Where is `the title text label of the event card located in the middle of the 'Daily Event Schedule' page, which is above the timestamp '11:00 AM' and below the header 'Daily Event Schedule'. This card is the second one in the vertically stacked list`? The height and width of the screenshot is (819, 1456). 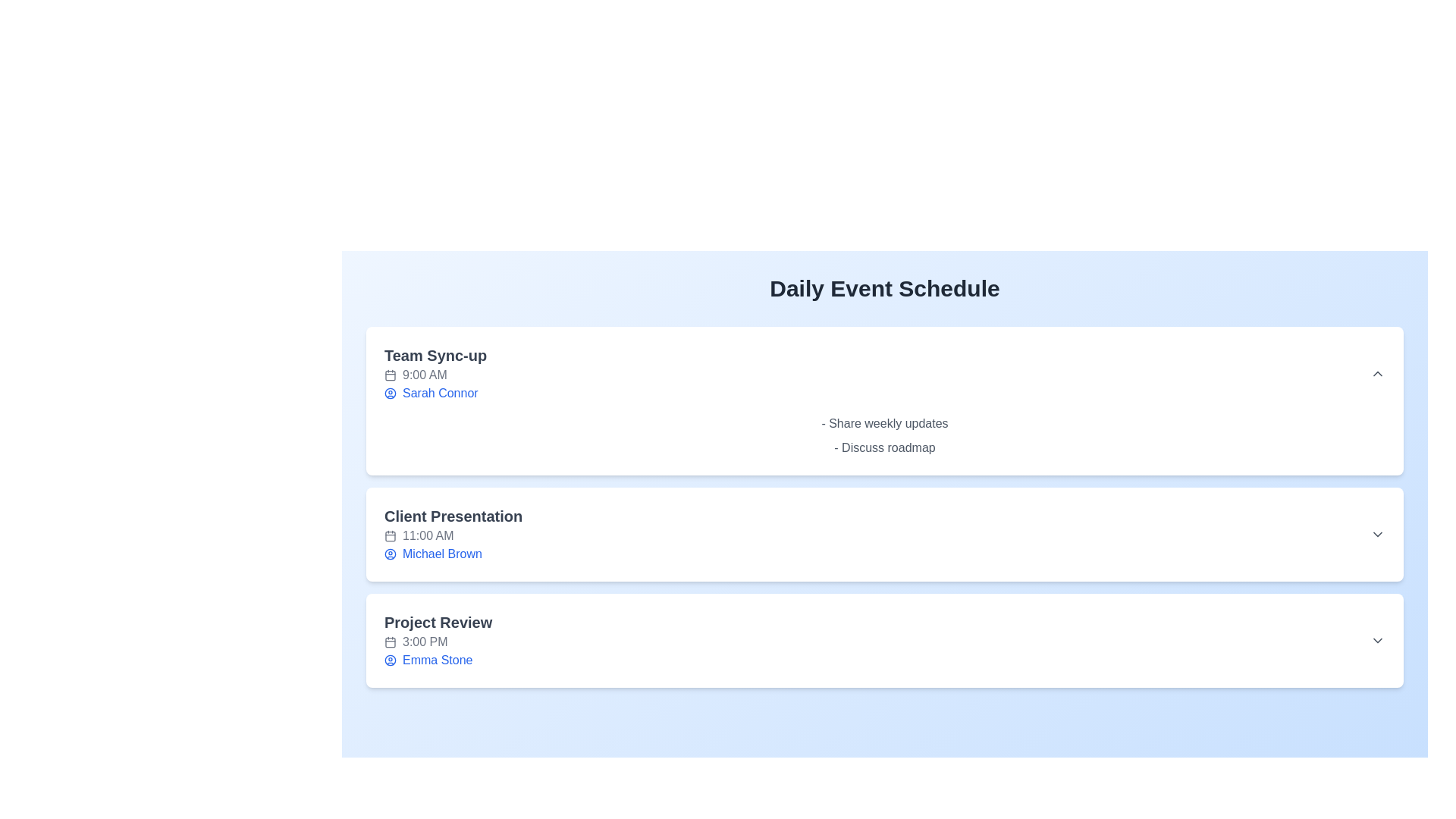 the title text label of the event card located in the middle of the 'Daily Event Schedule' page, which is above the timestamp '11:00 AM' and below the header 'Daily Event Schedule'. This card is the second one in the vertically stacked list is located at coordinates (453, 516).